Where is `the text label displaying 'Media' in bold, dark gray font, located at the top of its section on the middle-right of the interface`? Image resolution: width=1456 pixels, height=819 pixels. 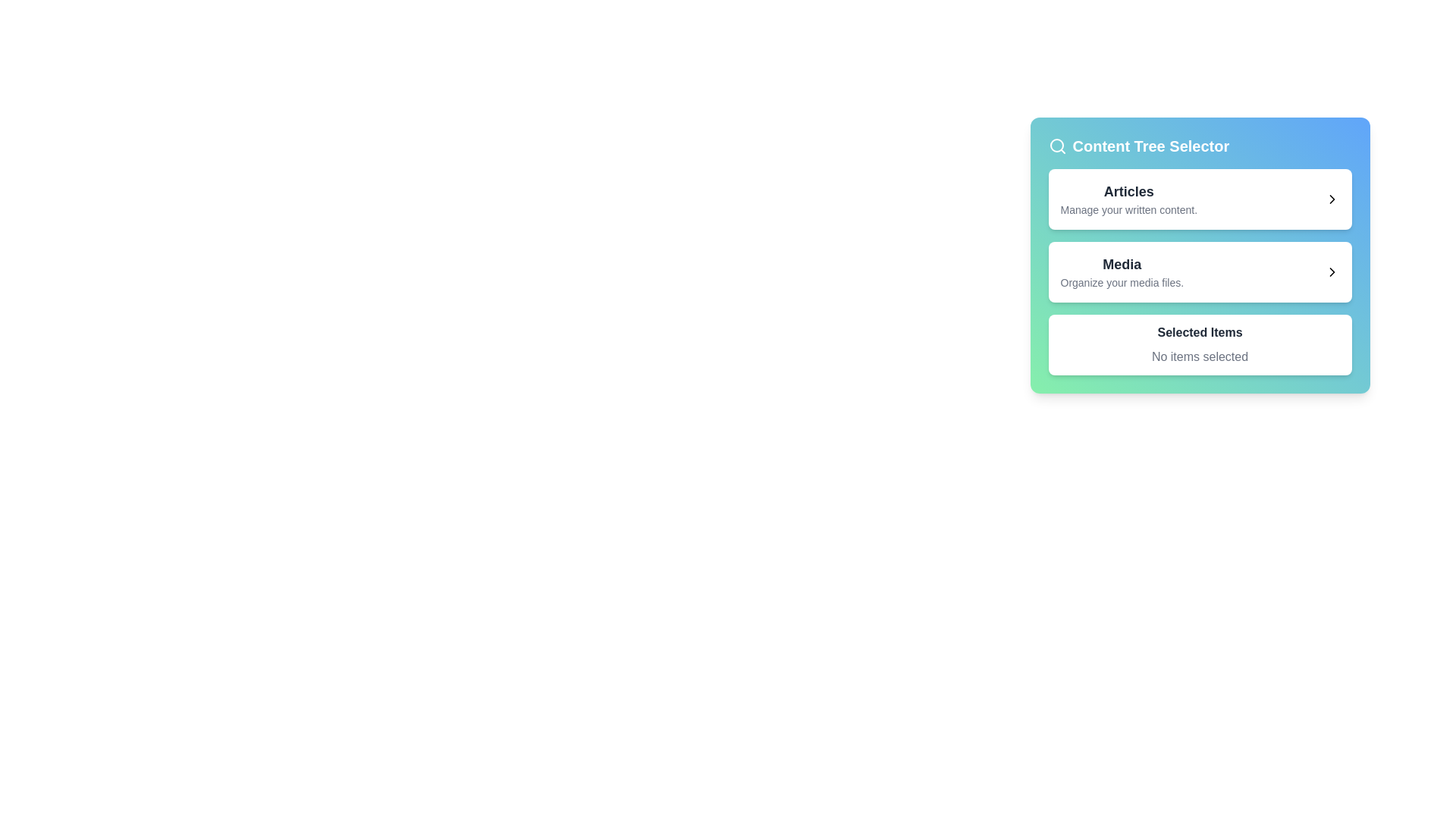 the text label displaying 'Media' in bold, dark gray font, located at the top of its section on the middle-right of the interface is located at coordinates (1122, 263).